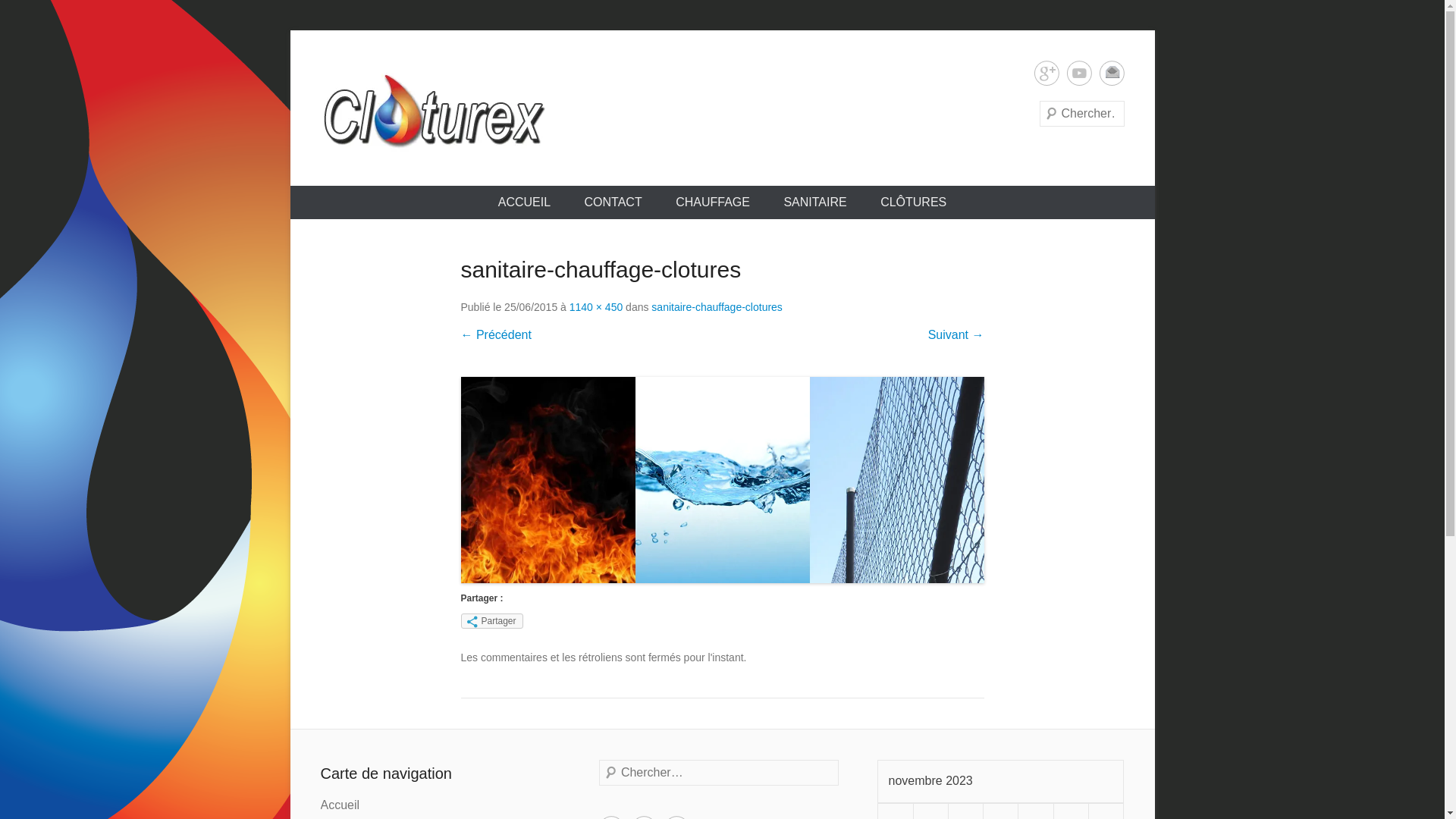 The width and height of the screenshot is (1456, 819). I want to click on 'SANITAIRE', so click(767, 201).